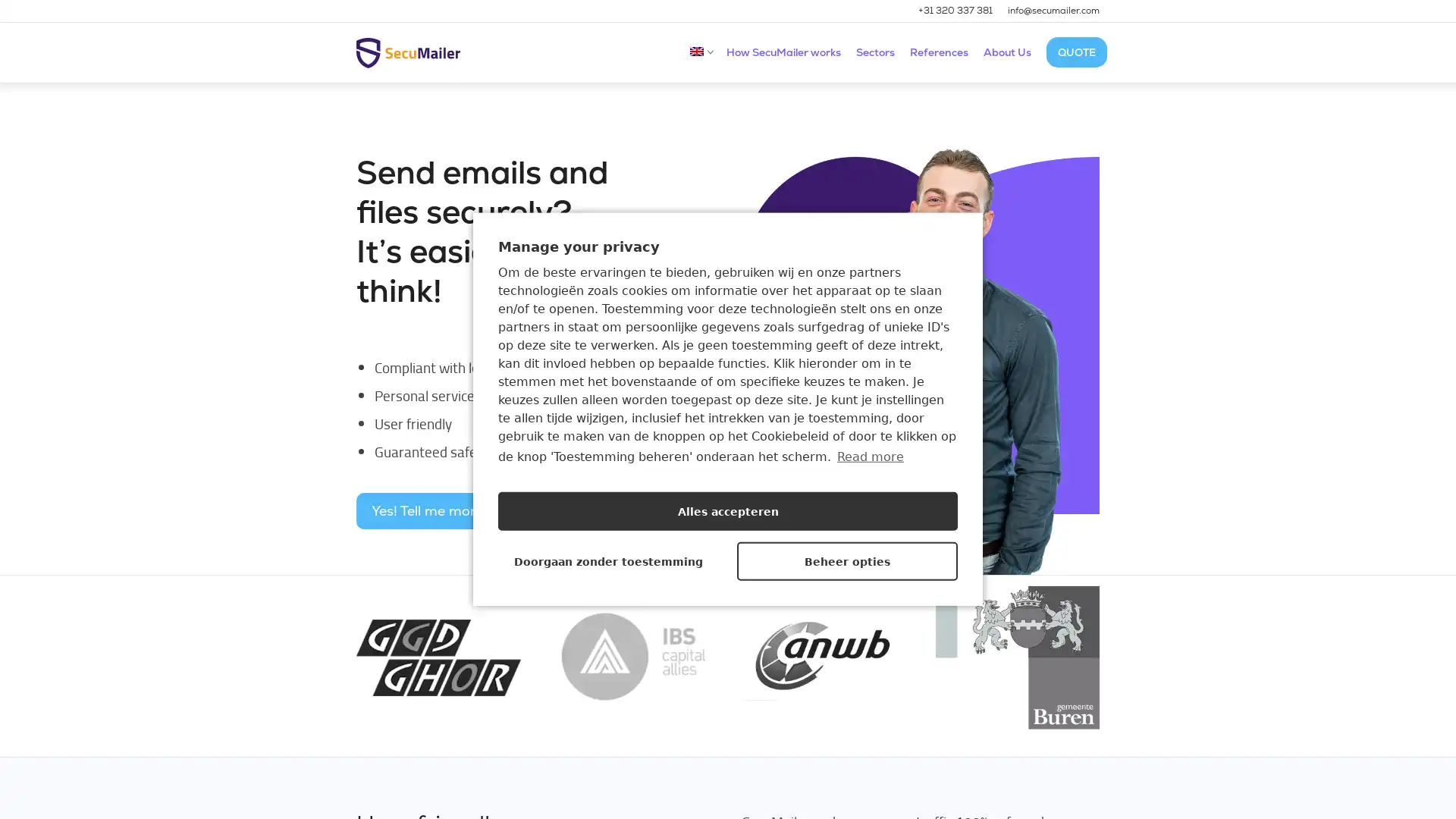 The width and height of the screenshot is (1456, 819). Describe the element at coordinates (728, 511) in the screenshot. I see `Alles accepteren` at that location.